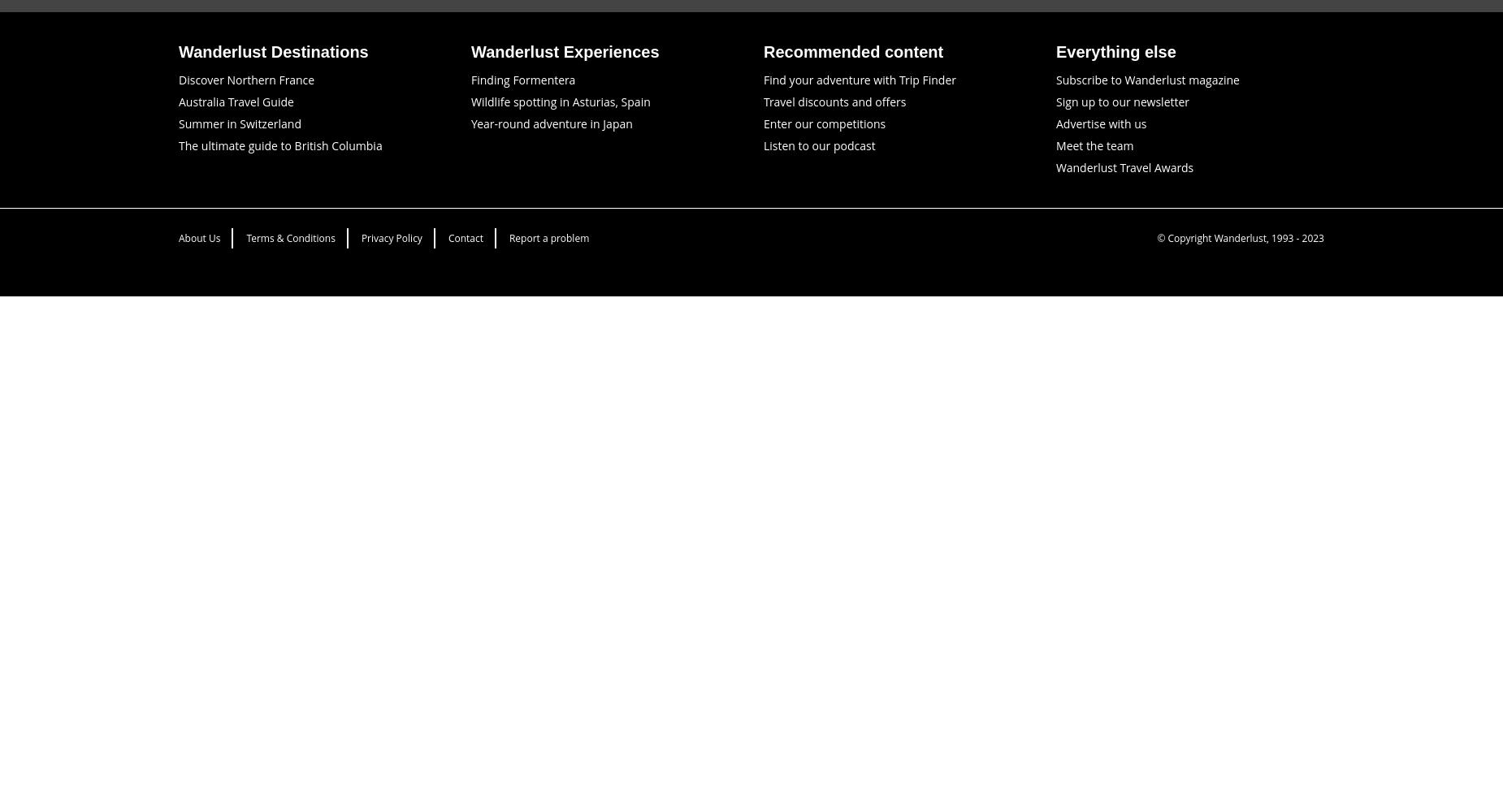 The image size is (1503, 812). What do you see at coordinates (522, 78) in the screenshot?
I see `'Finding Formentera'` at bounding box center [522, 78].